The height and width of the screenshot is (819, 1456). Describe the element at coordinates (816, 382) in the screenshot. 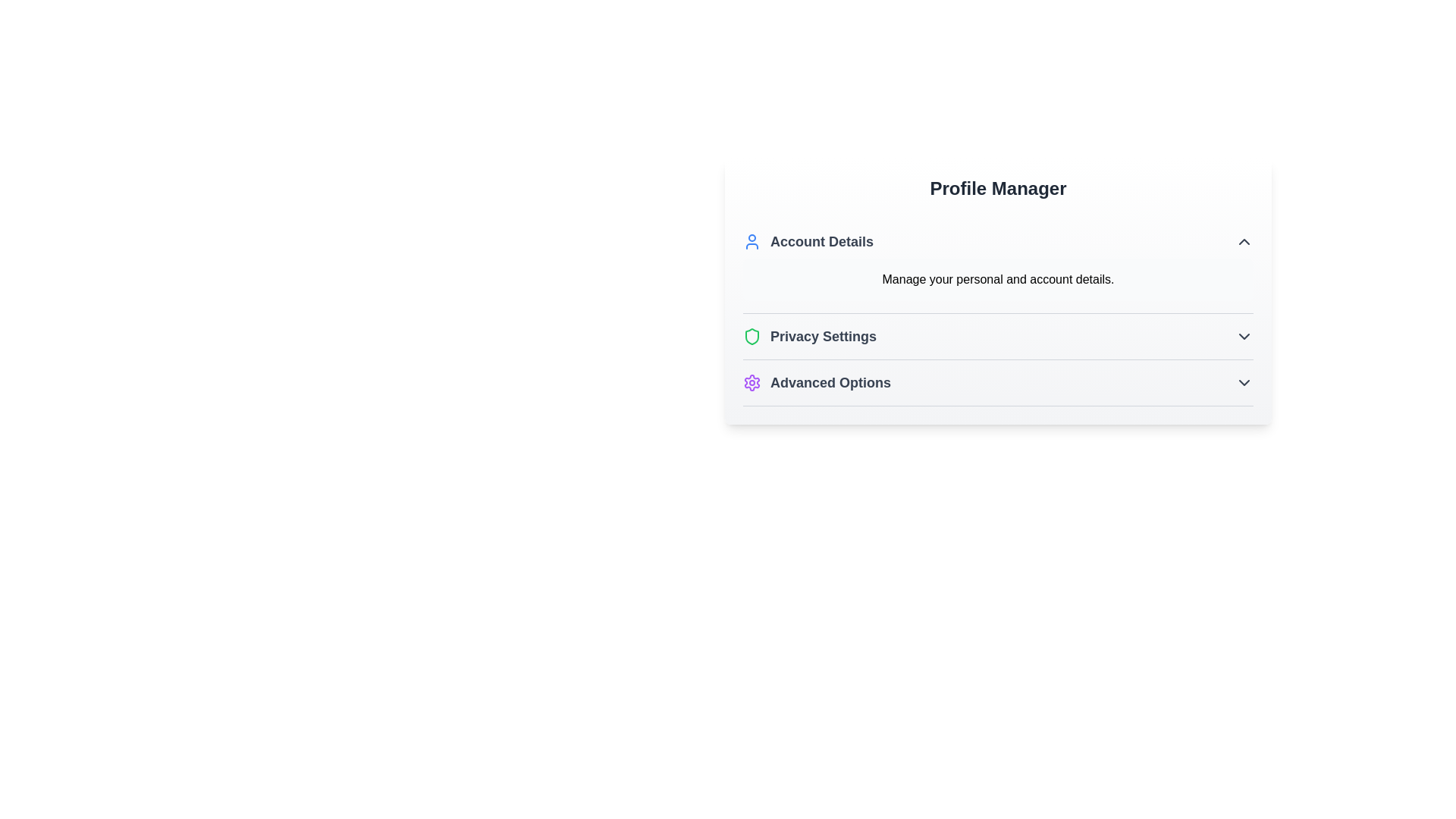

I see `the third list item under the 'Profile Manager' section, which contains an icon and text` at that location.